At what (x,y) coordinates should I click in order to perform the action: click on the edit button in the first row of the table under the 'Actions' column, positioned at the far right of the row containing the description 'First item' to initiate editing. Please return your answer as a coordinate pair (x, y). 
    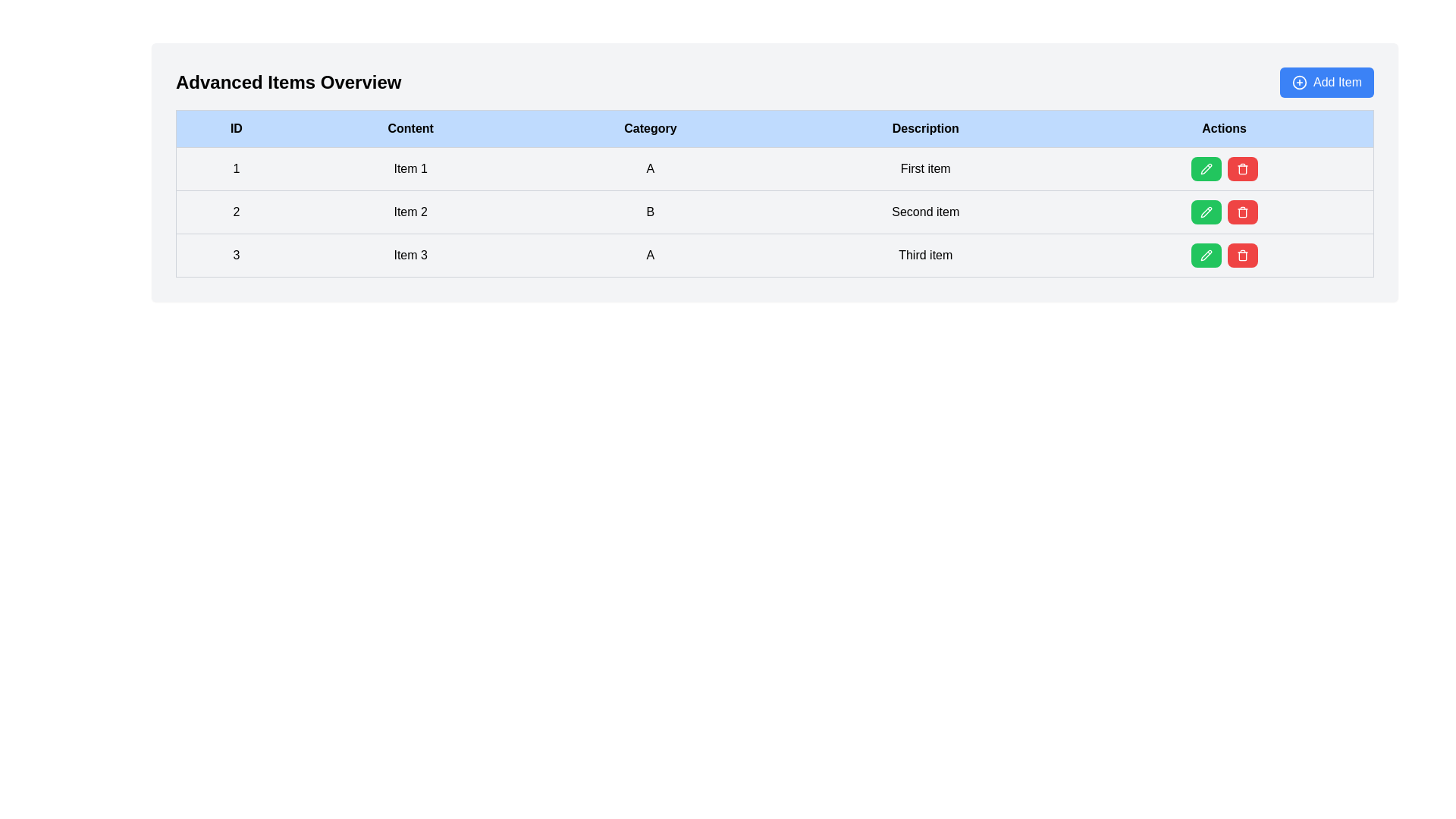
    Looking at the image, I should click on (1224, 169).